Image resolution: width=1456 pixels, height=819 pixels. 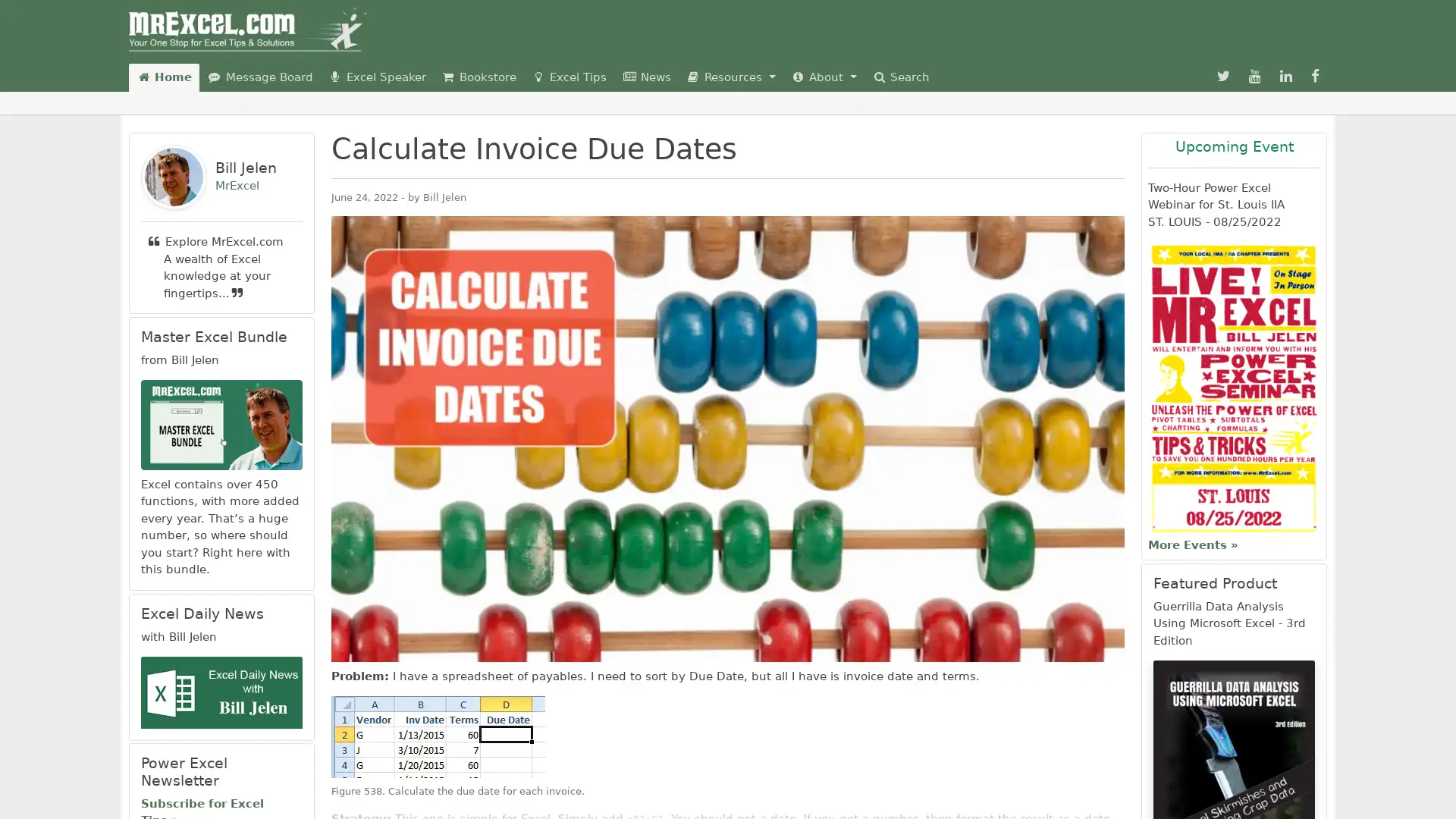 I want to click on Resources, so click(x=730, y=77).